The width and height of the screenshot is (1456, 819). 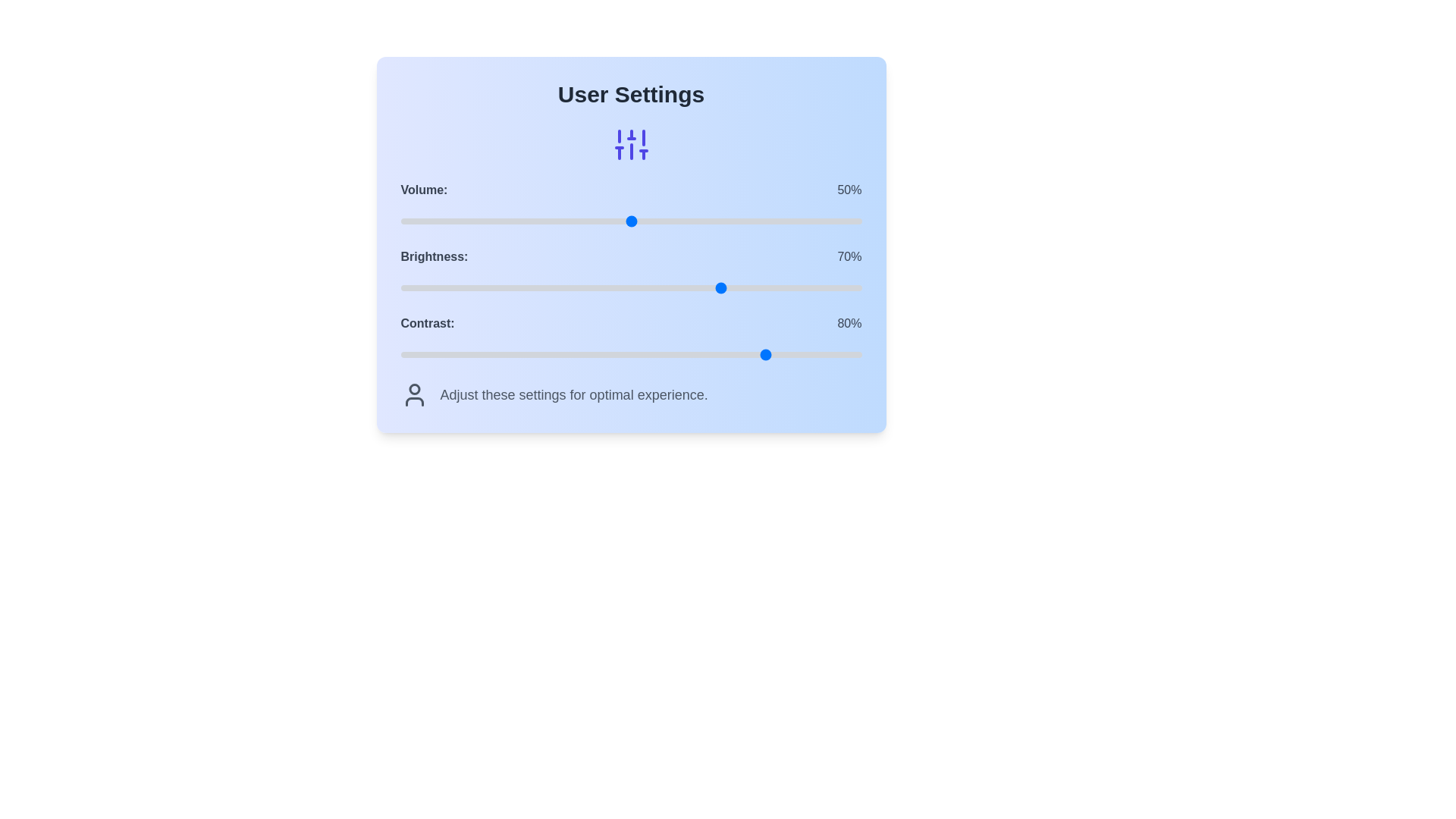 What do you see at coordinates (704, 288) in the screenshot?
I see `brightness` at bounding box center [704, 288].